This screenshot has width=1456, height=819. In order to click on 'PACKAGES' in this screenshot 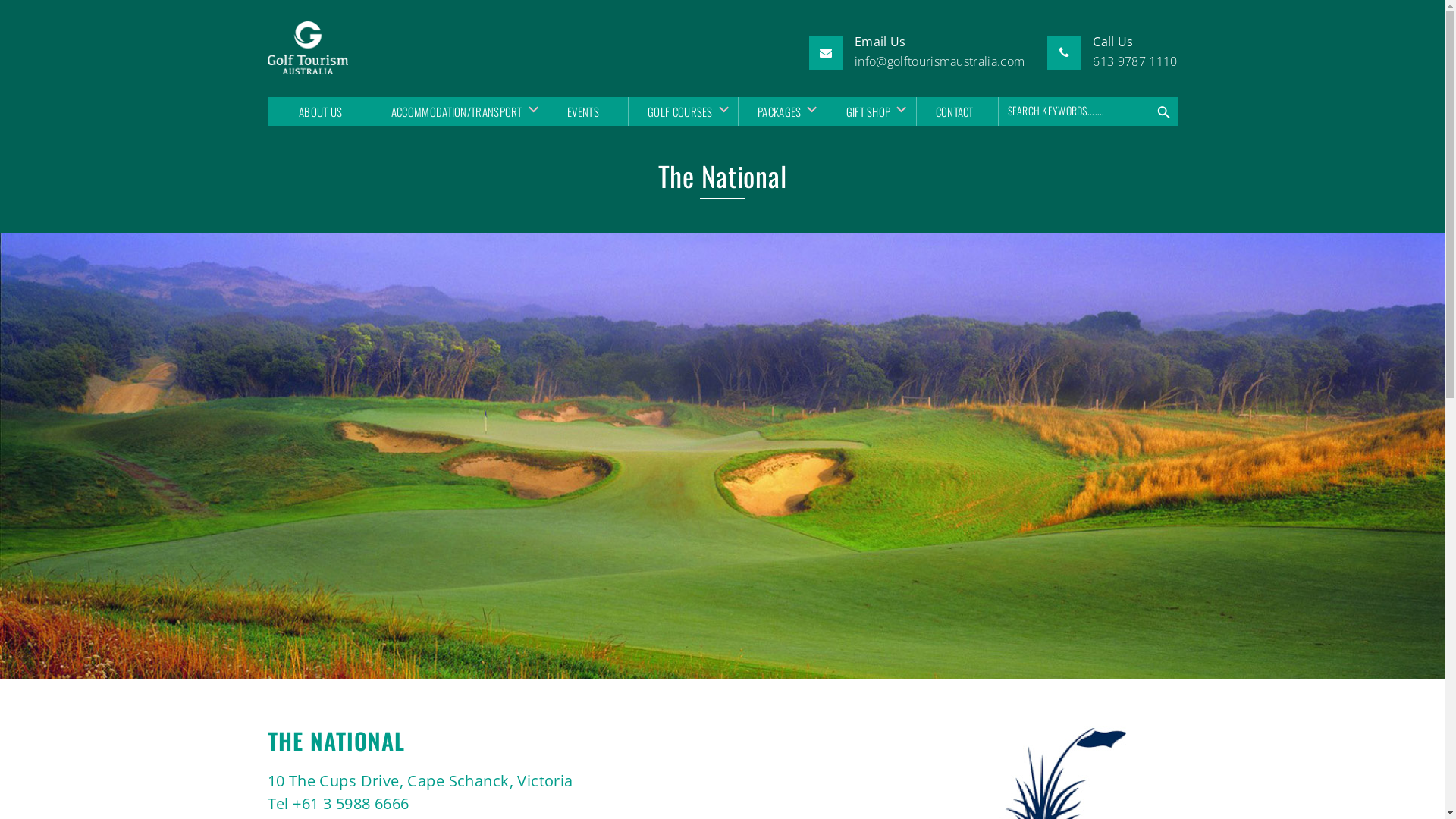, I will do `click(738, 110)`.